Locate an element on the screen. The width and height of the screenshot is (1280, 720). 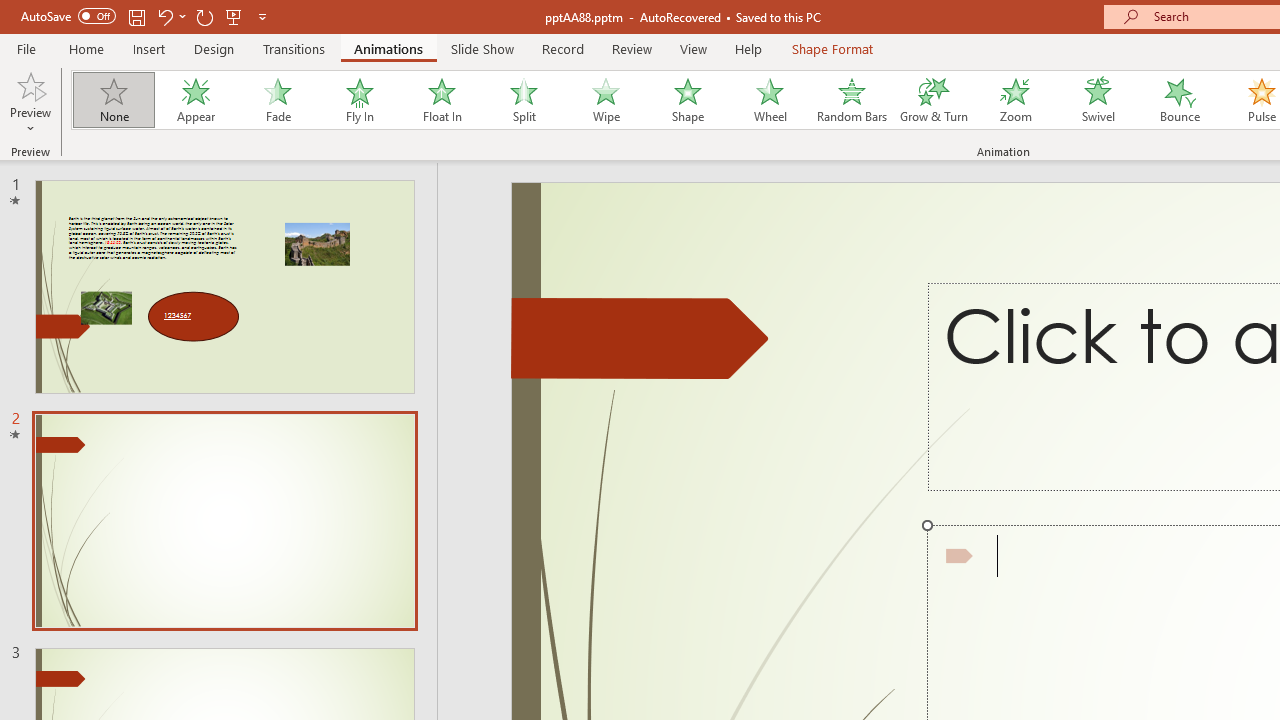
'Float In' is located at coordinates (440, 100).